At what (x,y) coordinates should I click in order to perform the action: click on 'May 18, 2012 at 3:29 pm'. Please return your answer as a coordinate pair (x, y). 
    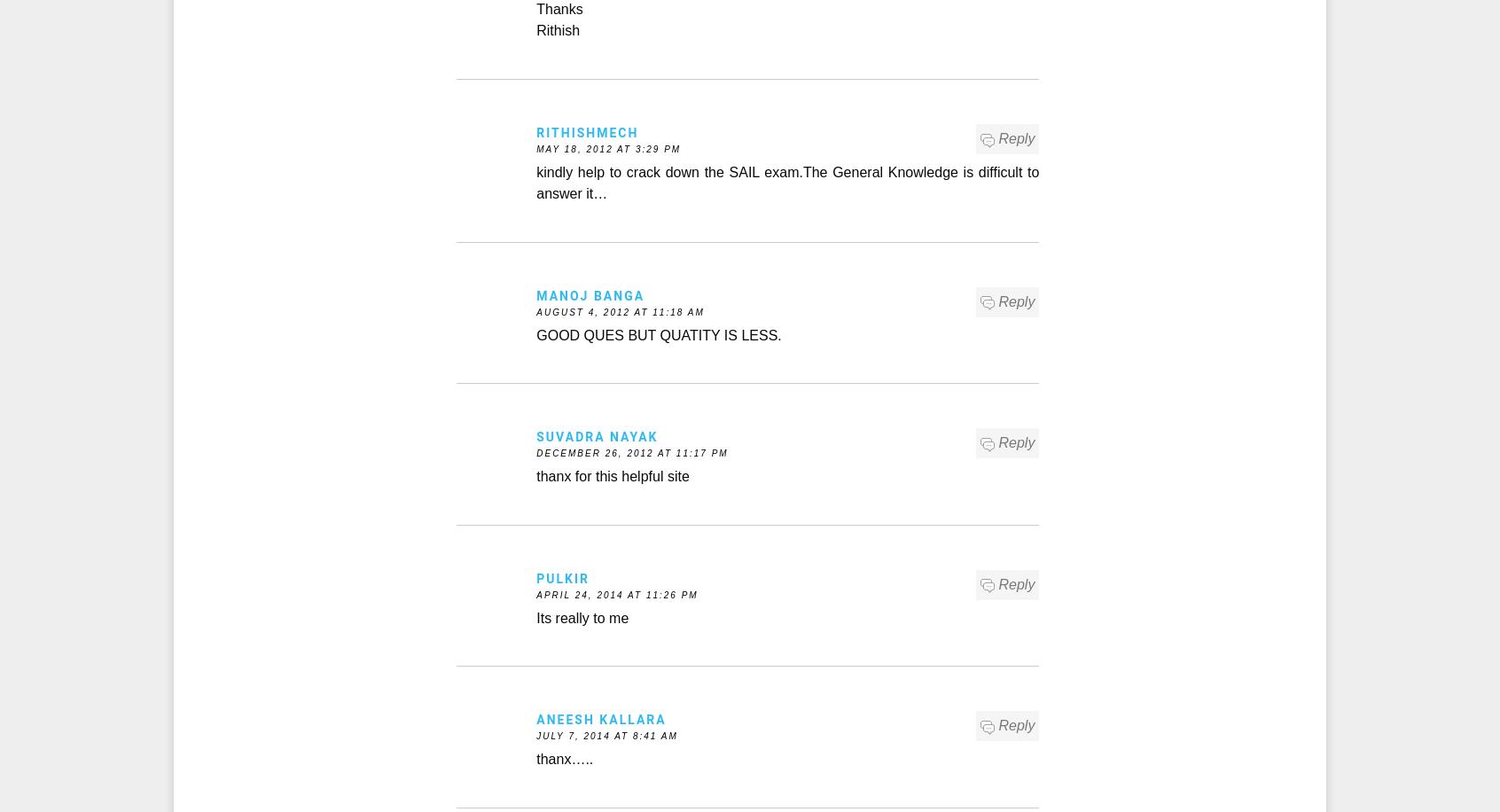
    Looking at the image, I should click on (608, 149).